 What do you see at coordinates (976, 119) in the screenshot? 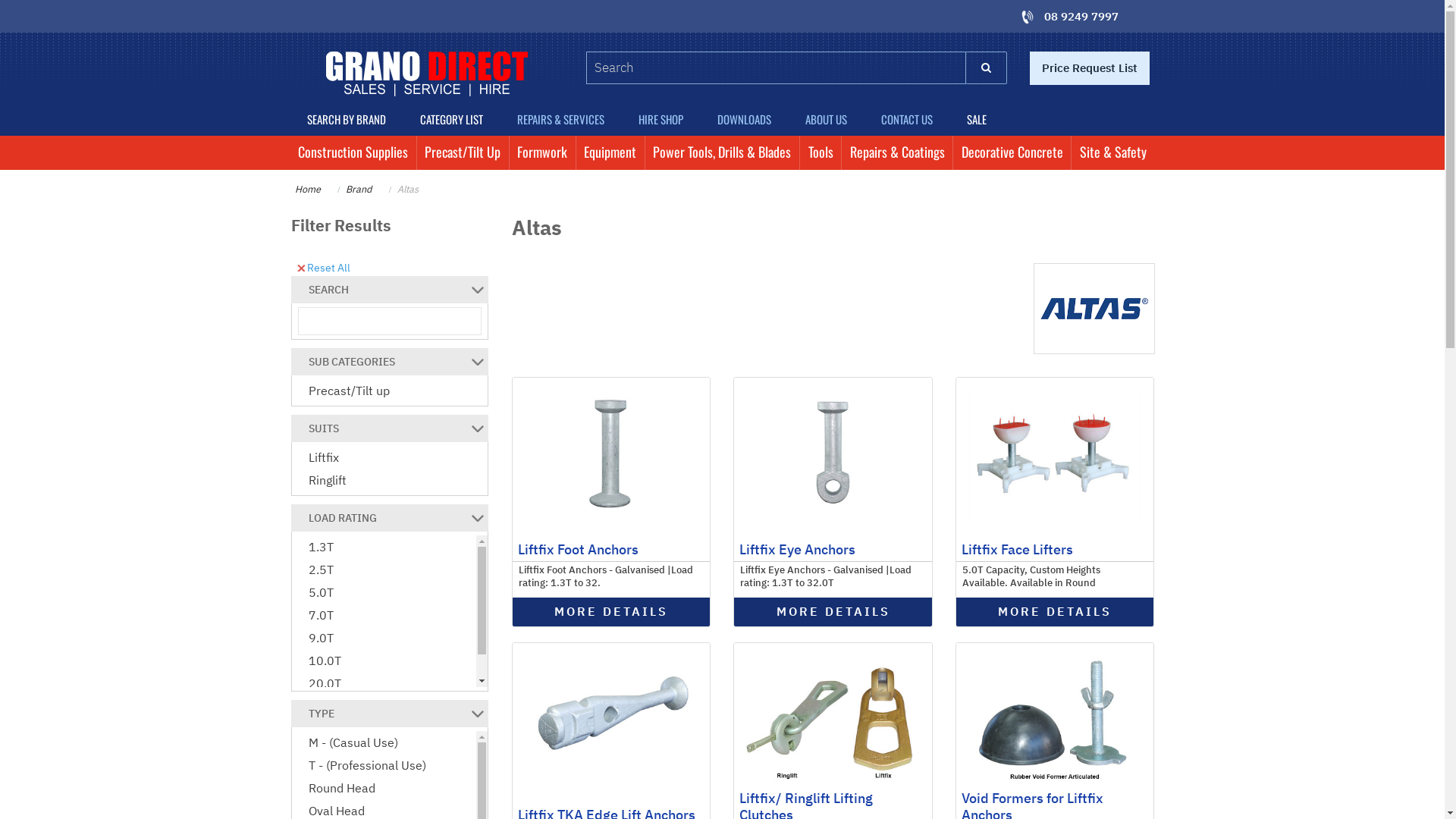
I see `'SALE'` at bounding box center [976, 119].